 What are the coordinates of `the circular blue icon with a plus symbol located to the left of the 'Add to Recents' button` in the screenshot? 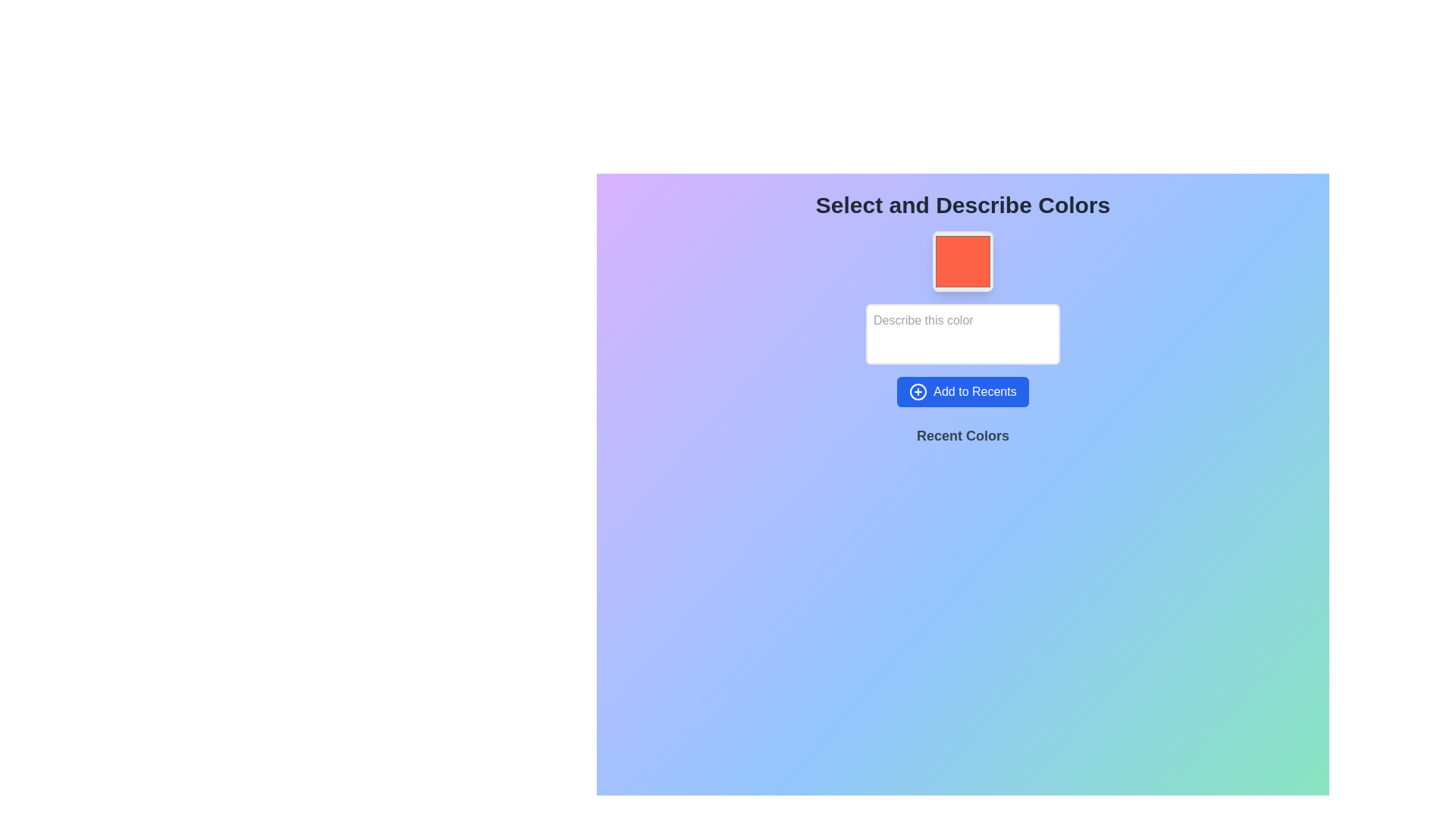 It's located at (918, 391).